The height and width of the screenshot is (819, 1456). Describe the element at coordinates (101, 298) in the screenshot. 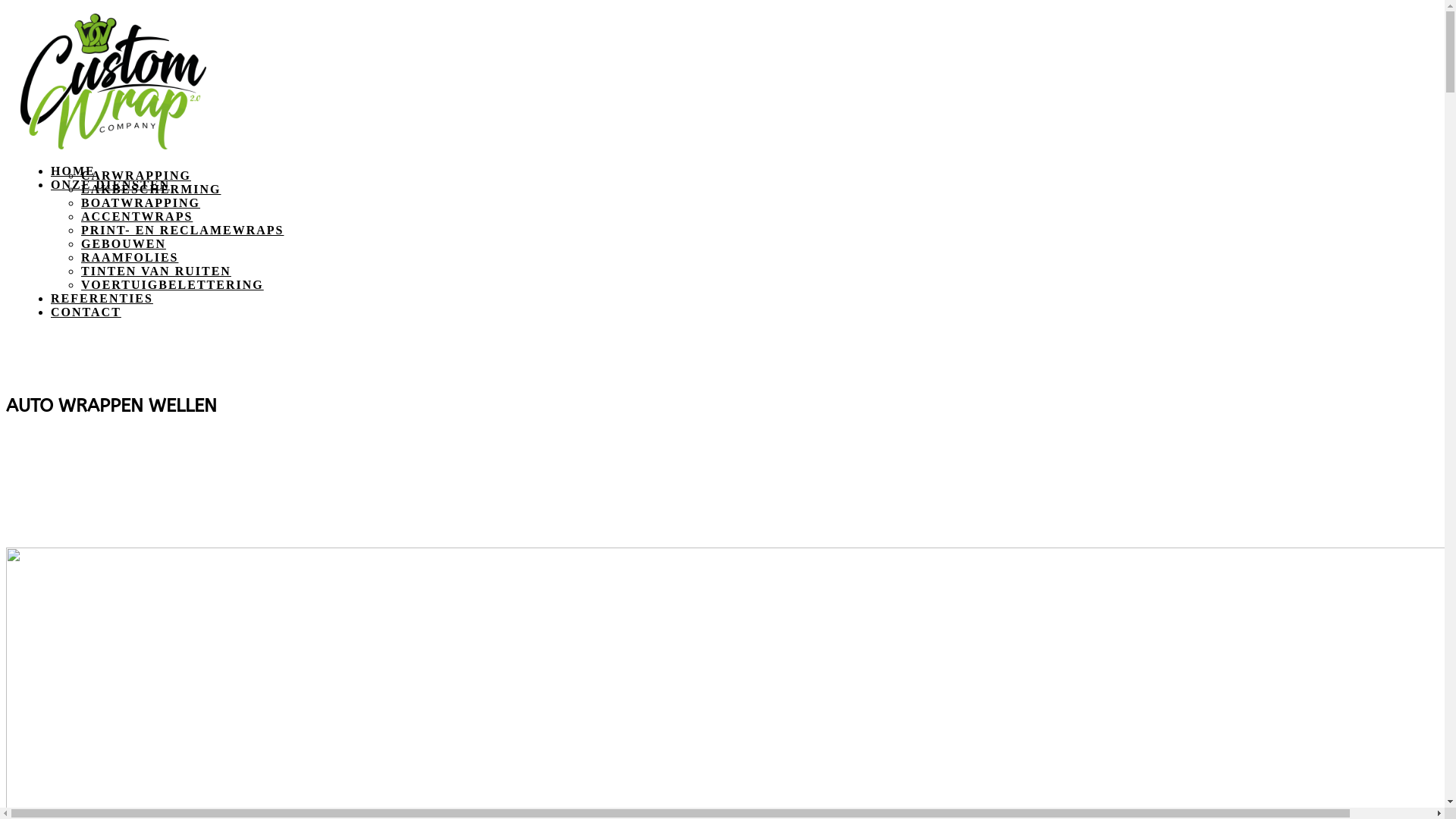

I see `'REFERENTIES'` at that location.